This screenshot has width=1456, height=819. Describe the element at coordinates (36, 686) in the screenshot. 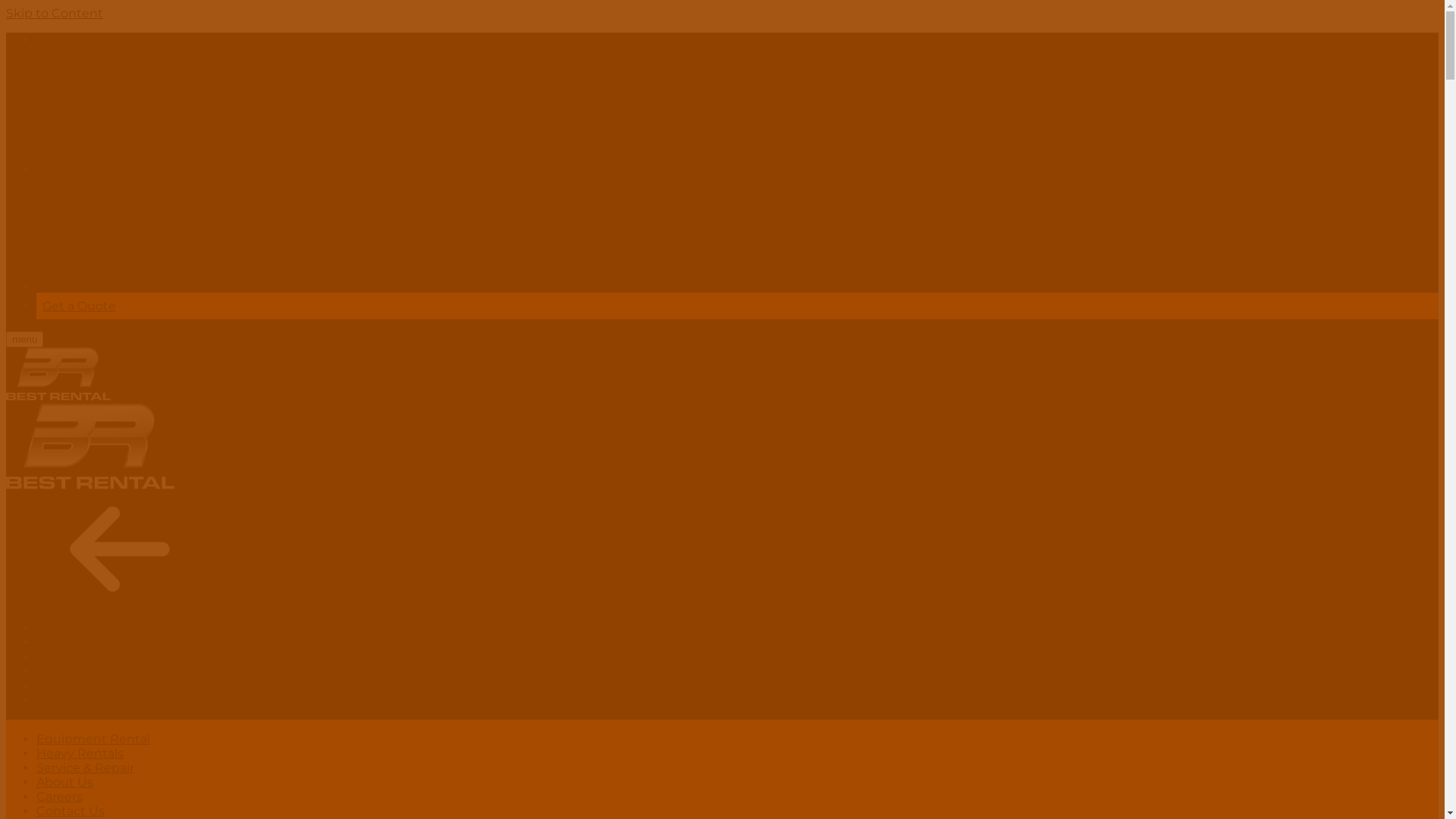

I see `'Careers'` at that location.